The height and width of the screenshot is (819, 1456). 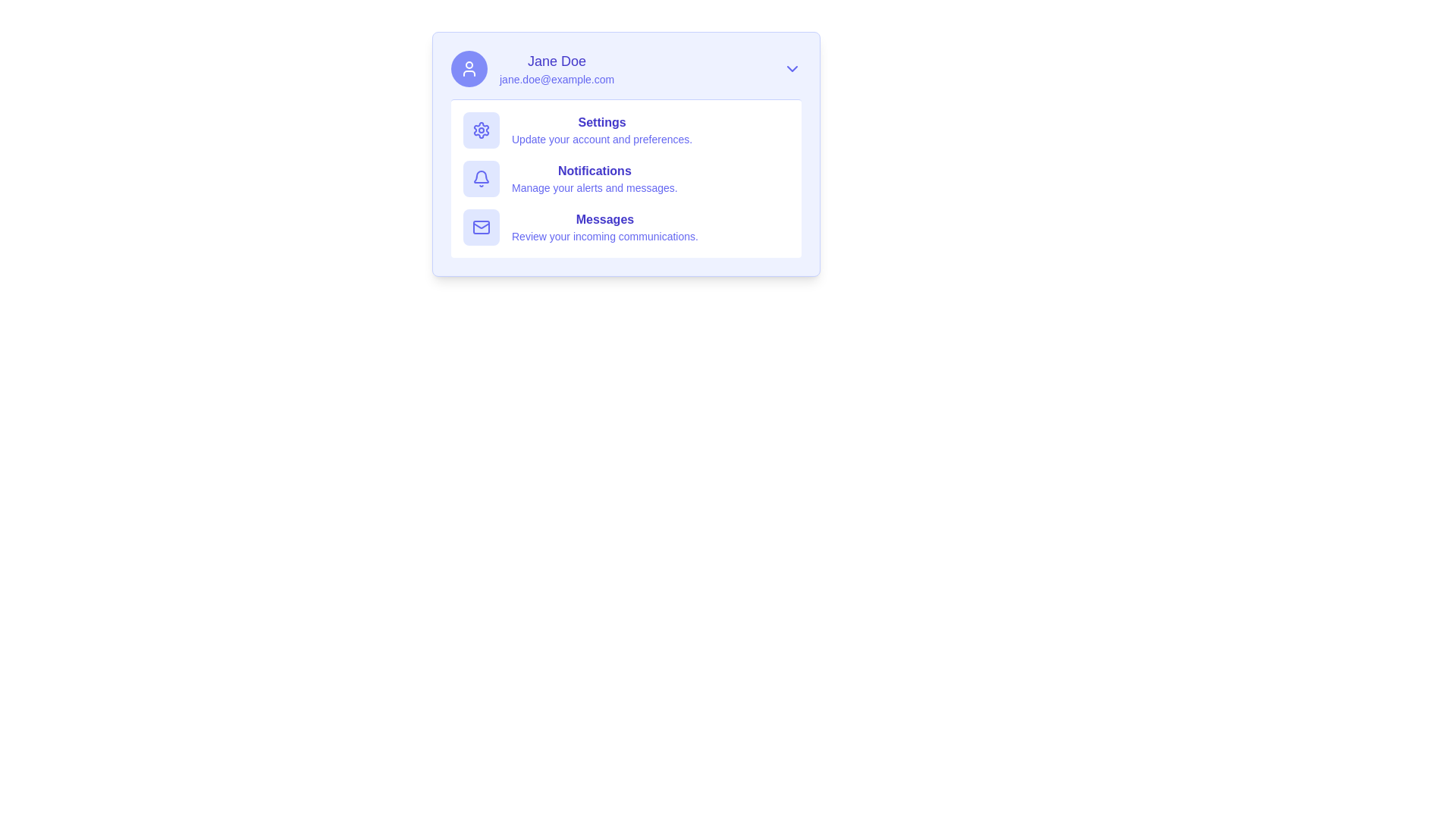 I want to click on the 'Messages' icon representing messages or email-related functionality located in the leftmost position of the dropdown panel, so click(x=480, y=227).